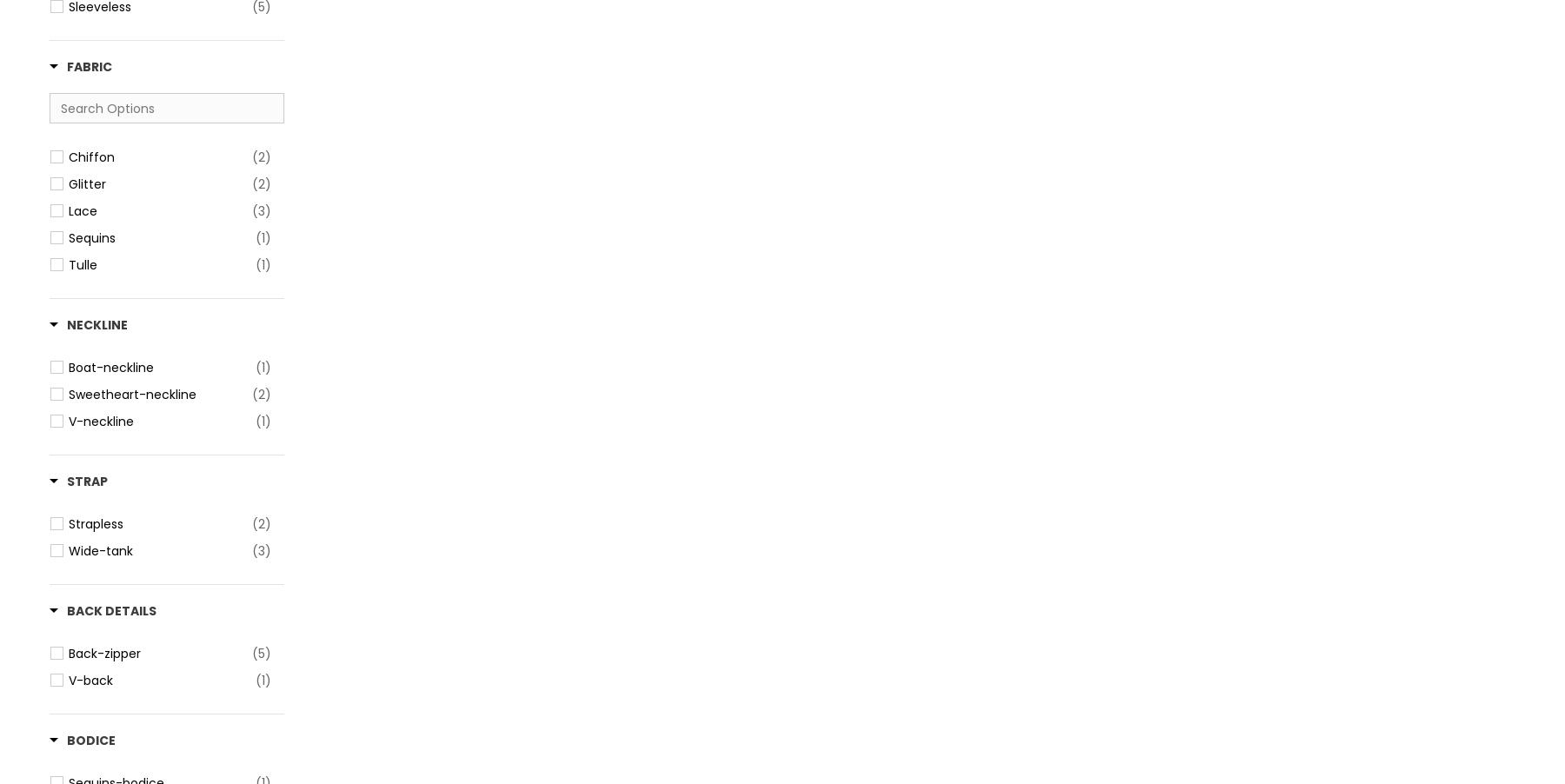 The image size is (1565, 784). What do you see at coordinates (88, 67) in the screenshot?
I see `'Fabric'` at bounding box center [88, 67].